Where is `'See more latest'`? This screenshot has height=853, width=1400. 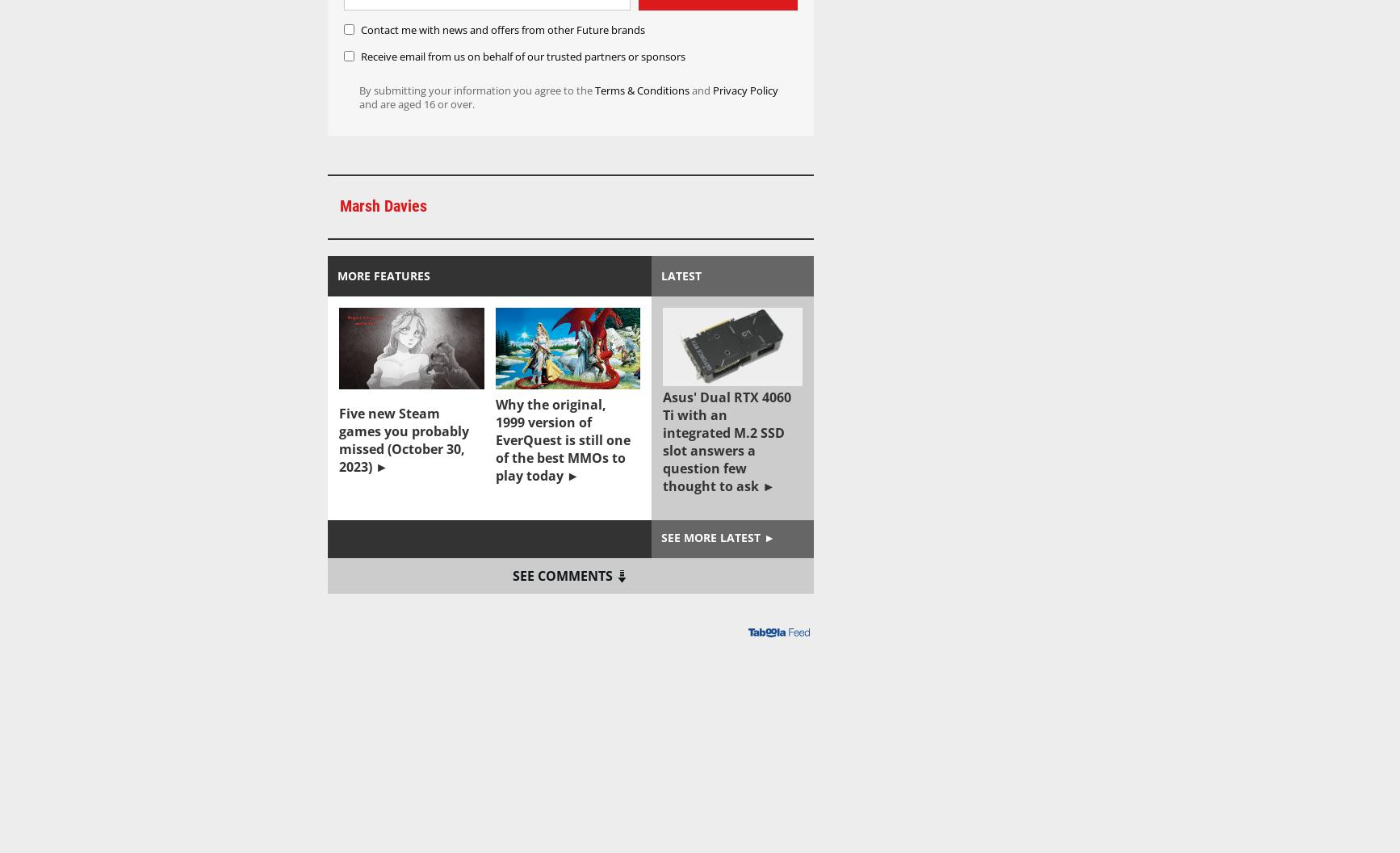 'See more latest' is located at coordinates (710, 537).